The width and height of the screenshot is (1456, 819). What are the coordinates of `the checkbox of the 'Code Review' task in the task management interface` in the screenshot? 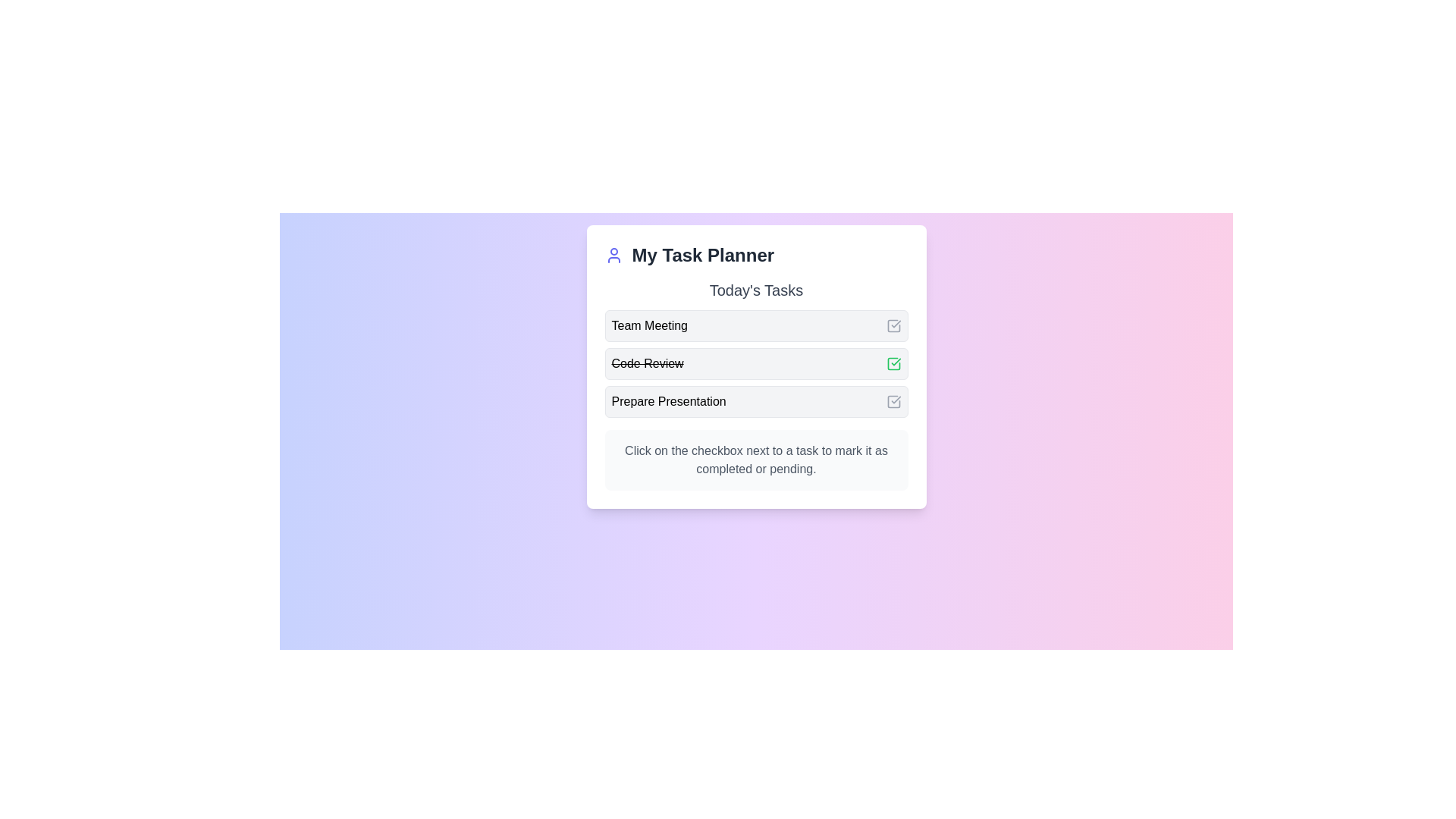 It's located at (756, 363).